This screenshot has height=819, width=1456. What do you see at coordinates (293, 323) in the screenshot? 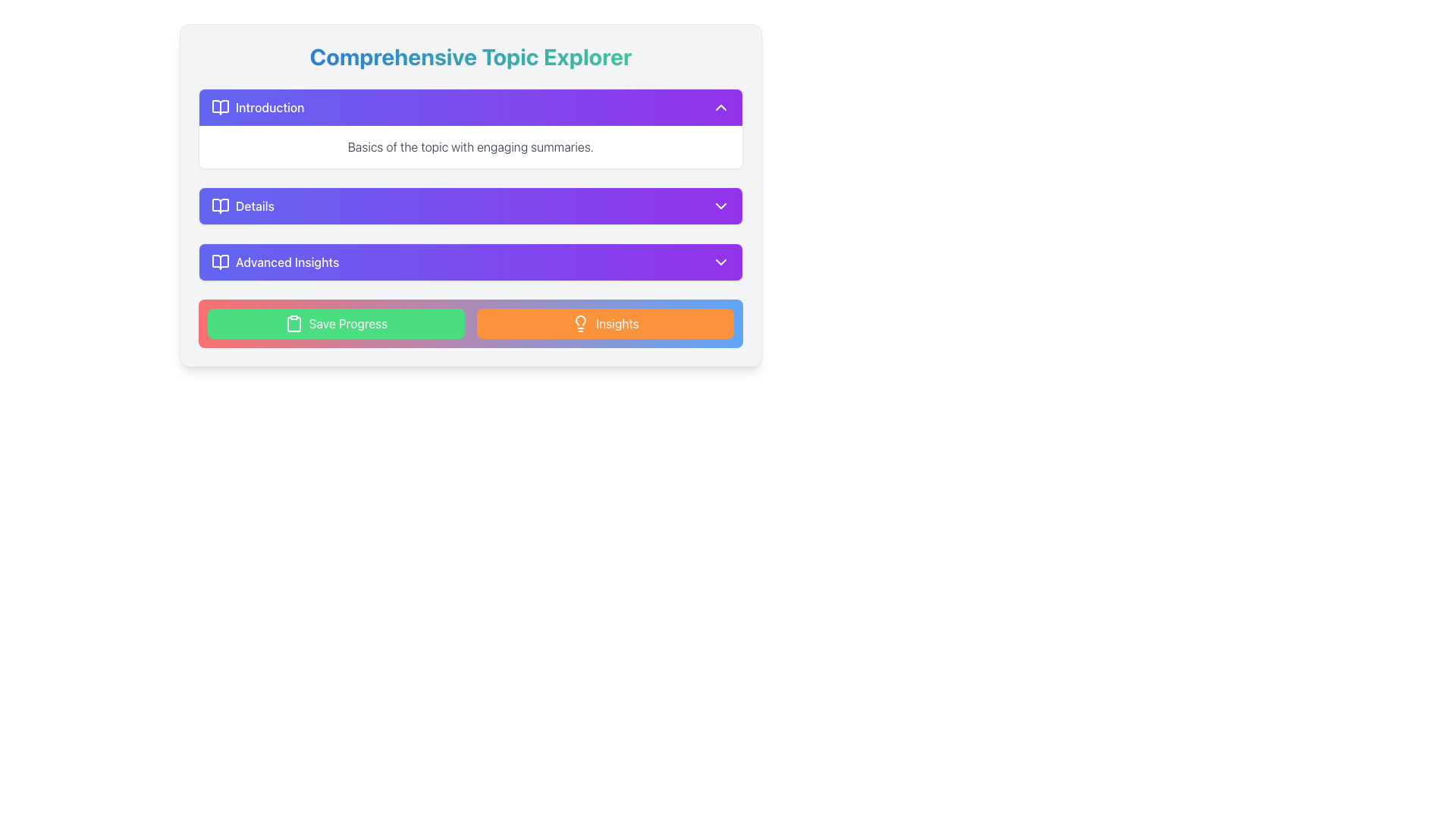
I see `the decorative save progress icon located to the left of the 'Save Progress' button text` at bounding box center [293, 323].